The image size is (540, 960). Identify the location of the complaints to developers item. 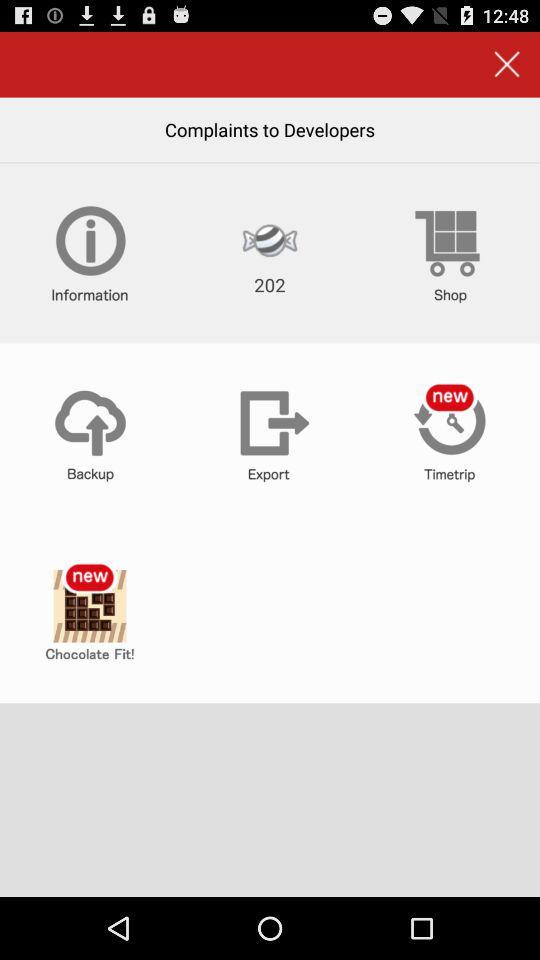
(270, 128).